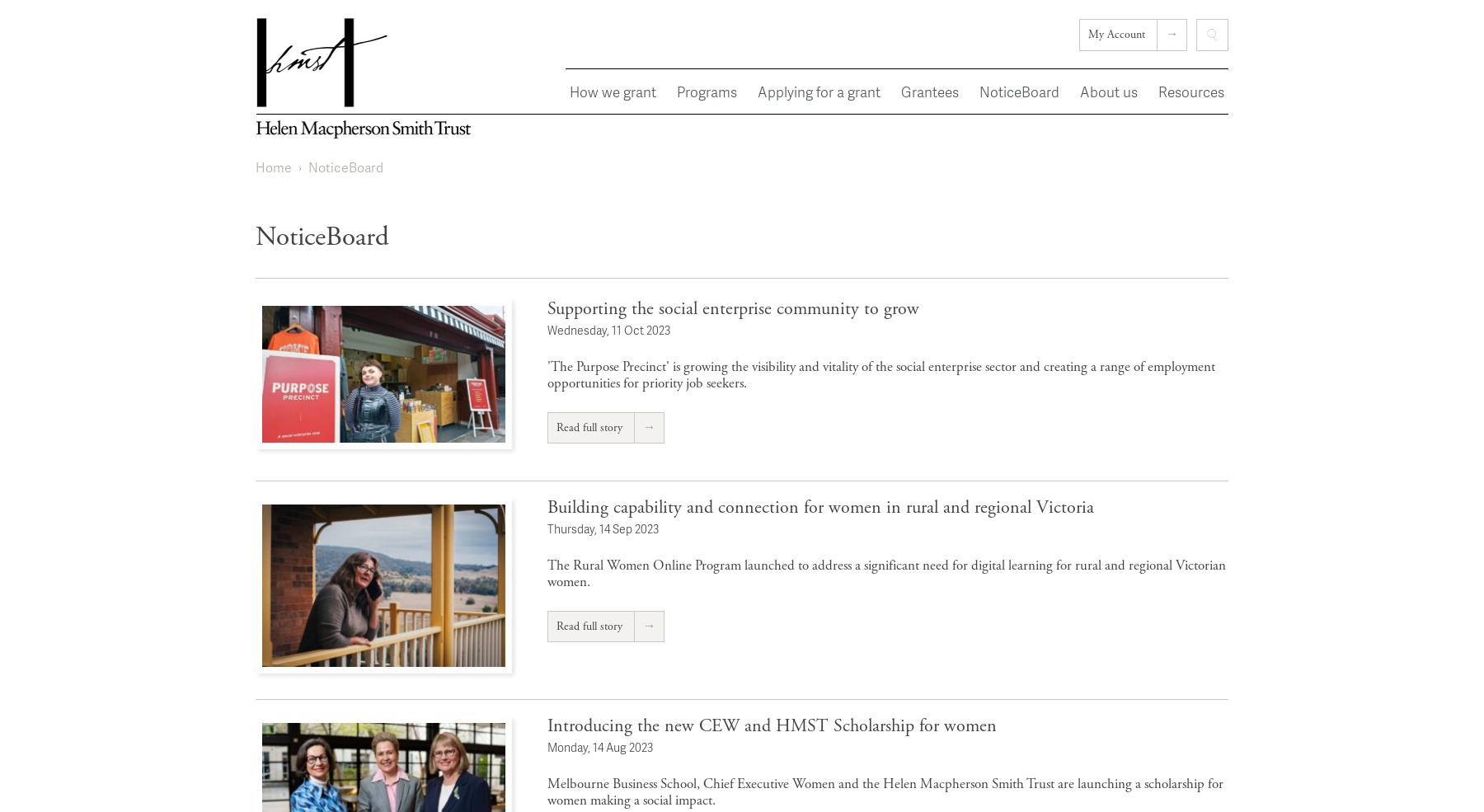  Describe the element at coordinates (599, 746) in the screenshot. I see `'Monday, 14 Aug 2023'` at that location.